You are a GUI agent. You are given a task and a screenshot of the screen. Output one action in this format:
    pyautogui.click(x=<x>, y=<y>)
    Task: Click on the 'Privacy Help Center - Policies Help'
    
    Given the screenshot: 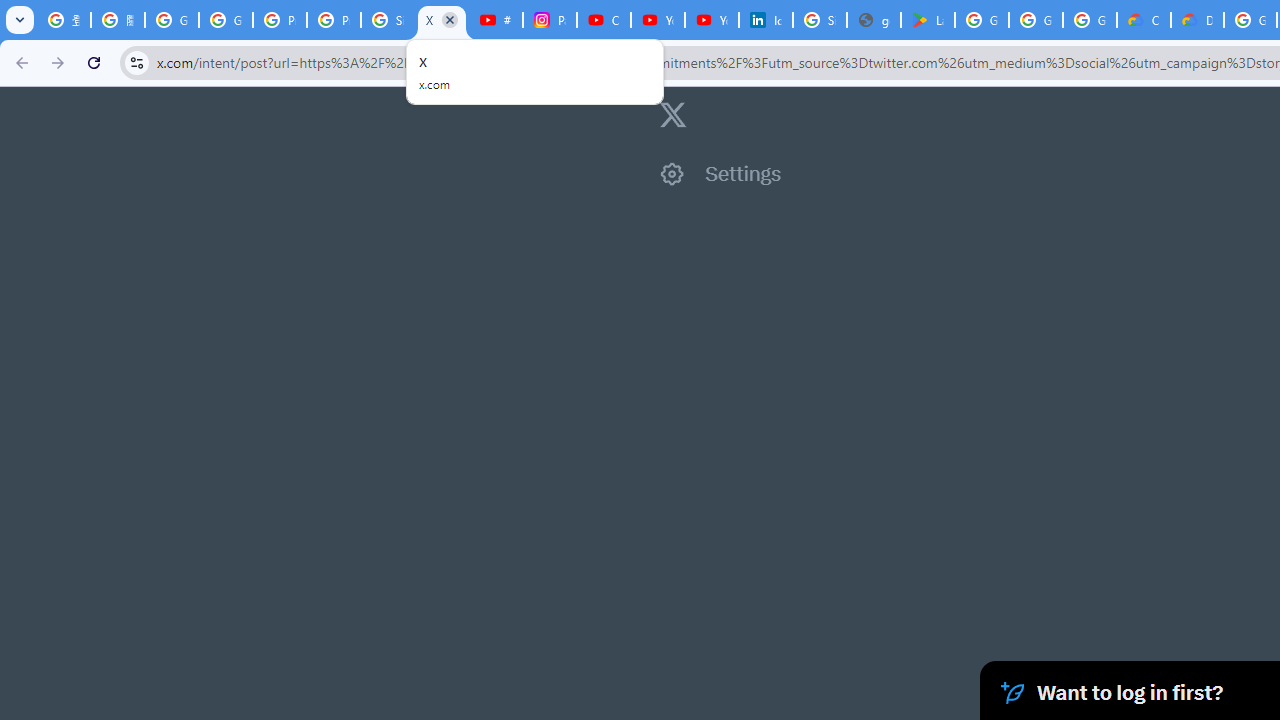 What is the action you would take?
    pyautogui.click(x=334, y=20)
    